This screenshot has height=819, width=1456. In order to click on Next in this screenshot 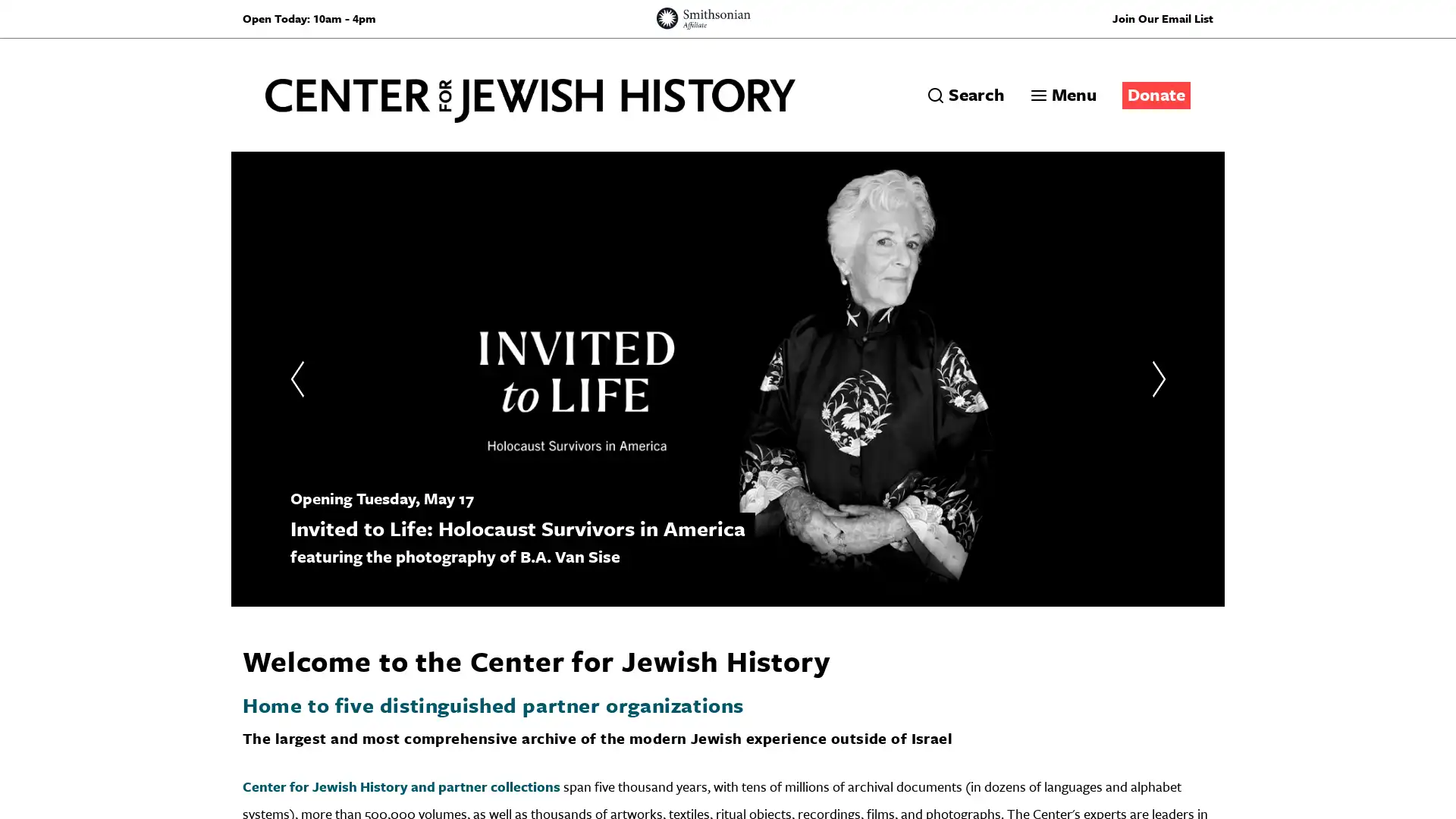, I will do `click(1157, 378)`.